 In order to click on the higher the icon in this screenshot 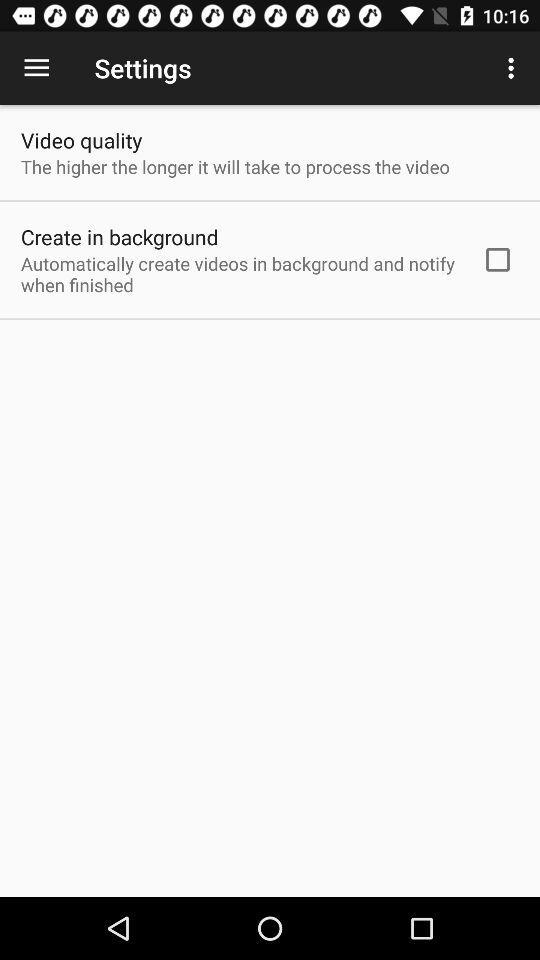, I will do `click(234, 165)`.